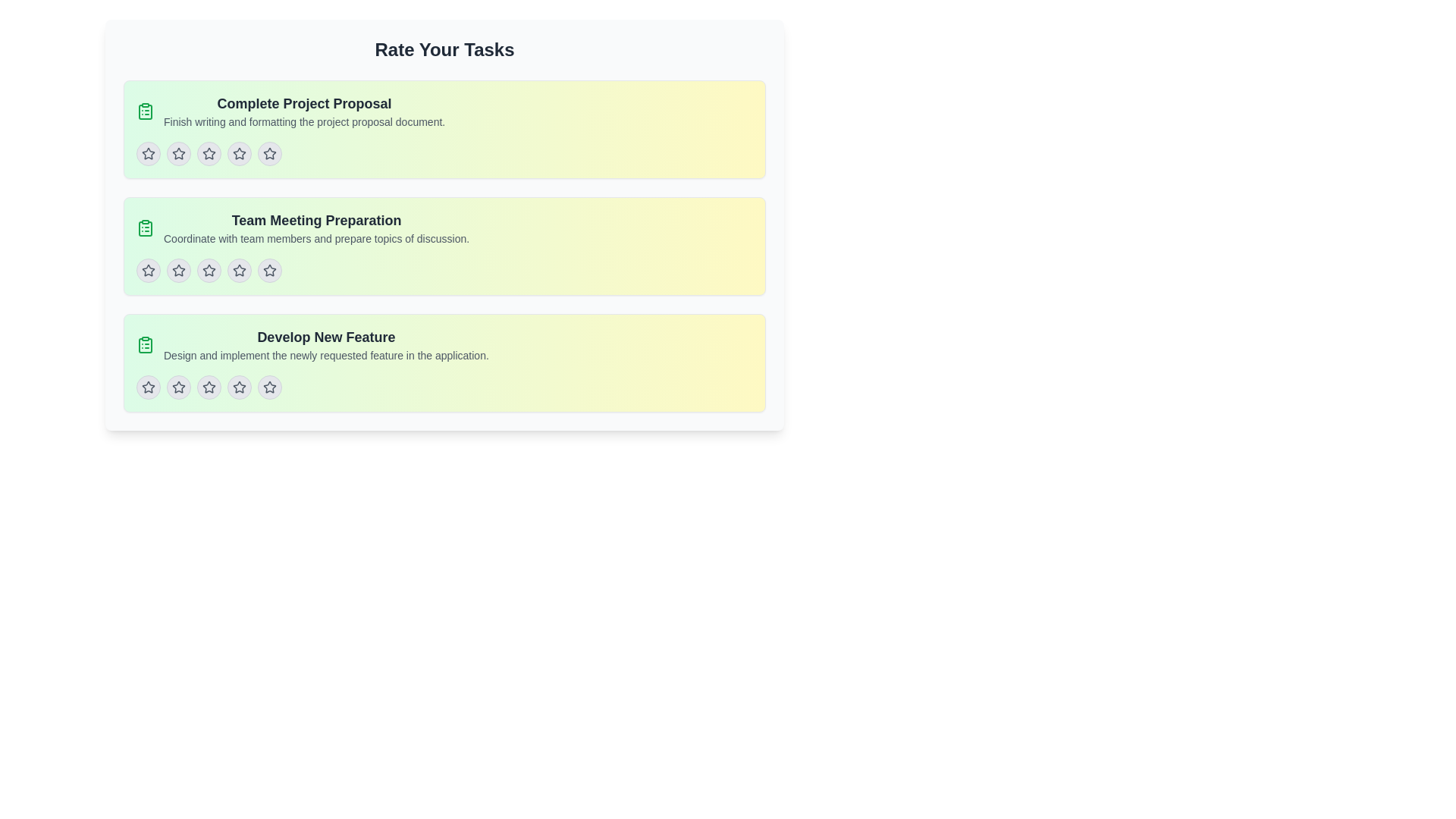  What do you see at coordinates (239, 270) in the screenshot?
I see `the third star icon in the rating system under the 'Team Meeting Preparation' task` at bounding box center [239, 270].